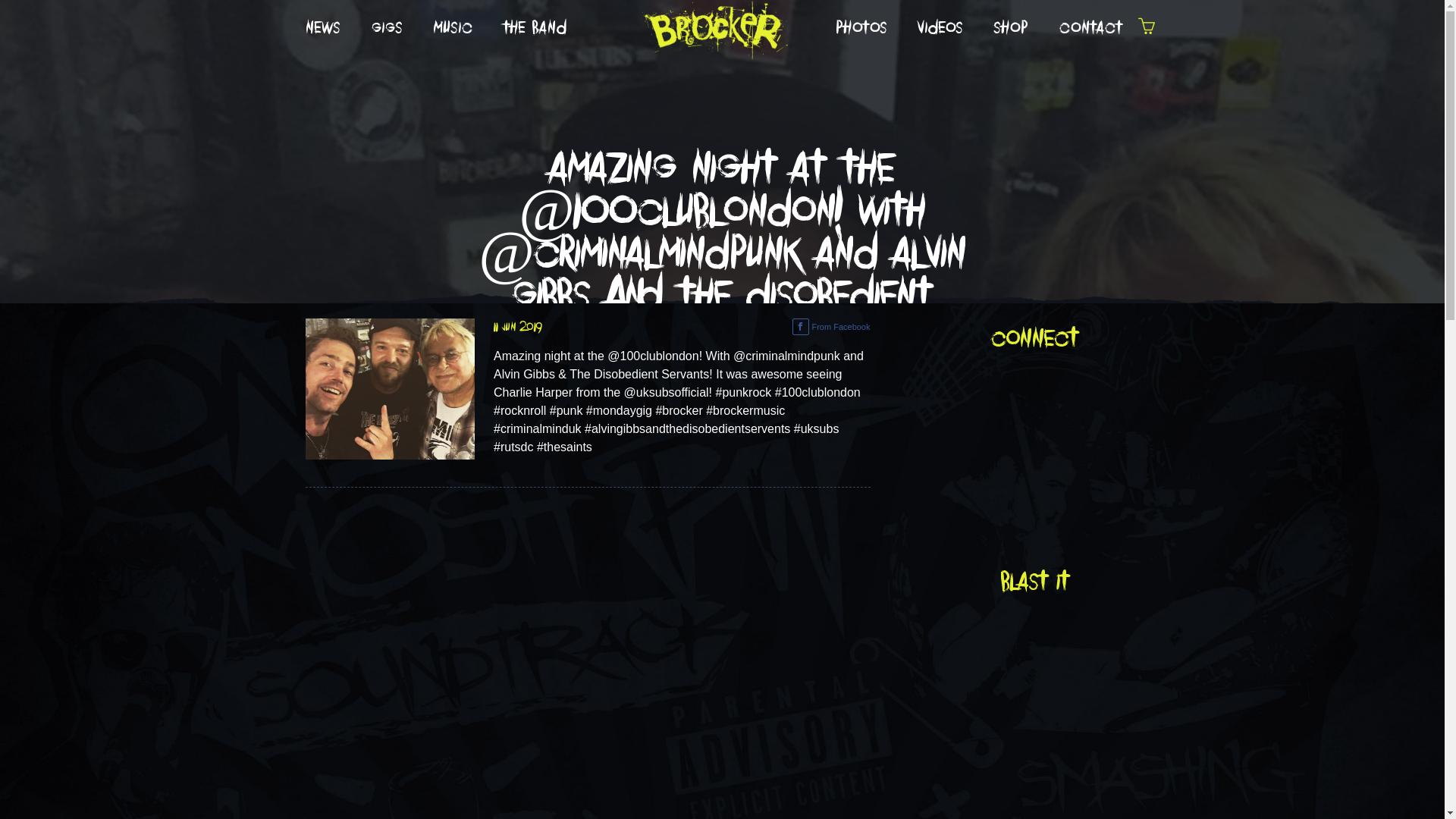 This screenshot has height=819, width=1456. Describe the element at coordinates (356, 28) in the screenshot. I see `'gigs'` at that location.